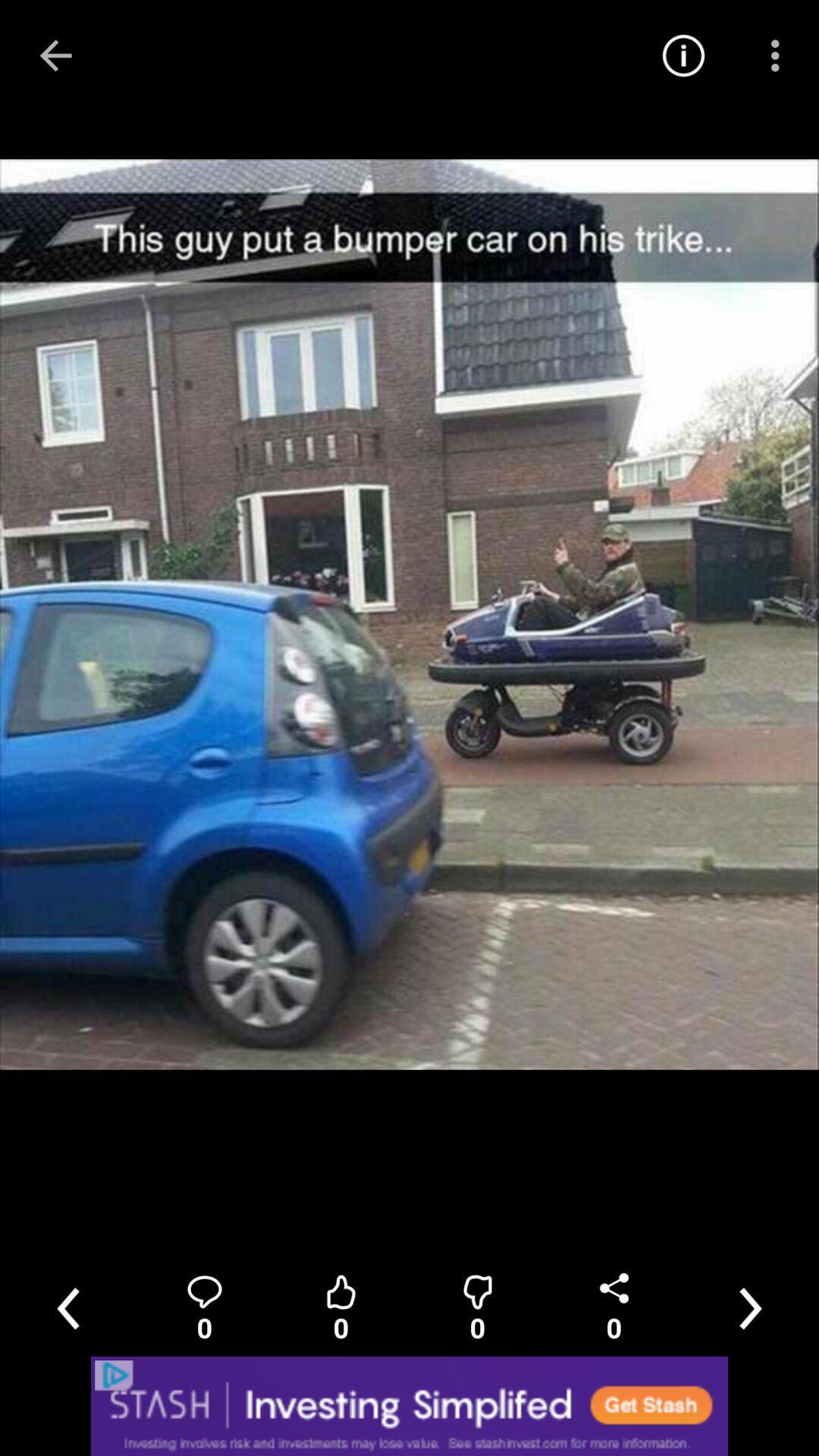 The image size is (819, 1456). Describe the element at coordinates (205, 1291) in the screenshot. I see `the location icon` at that location.